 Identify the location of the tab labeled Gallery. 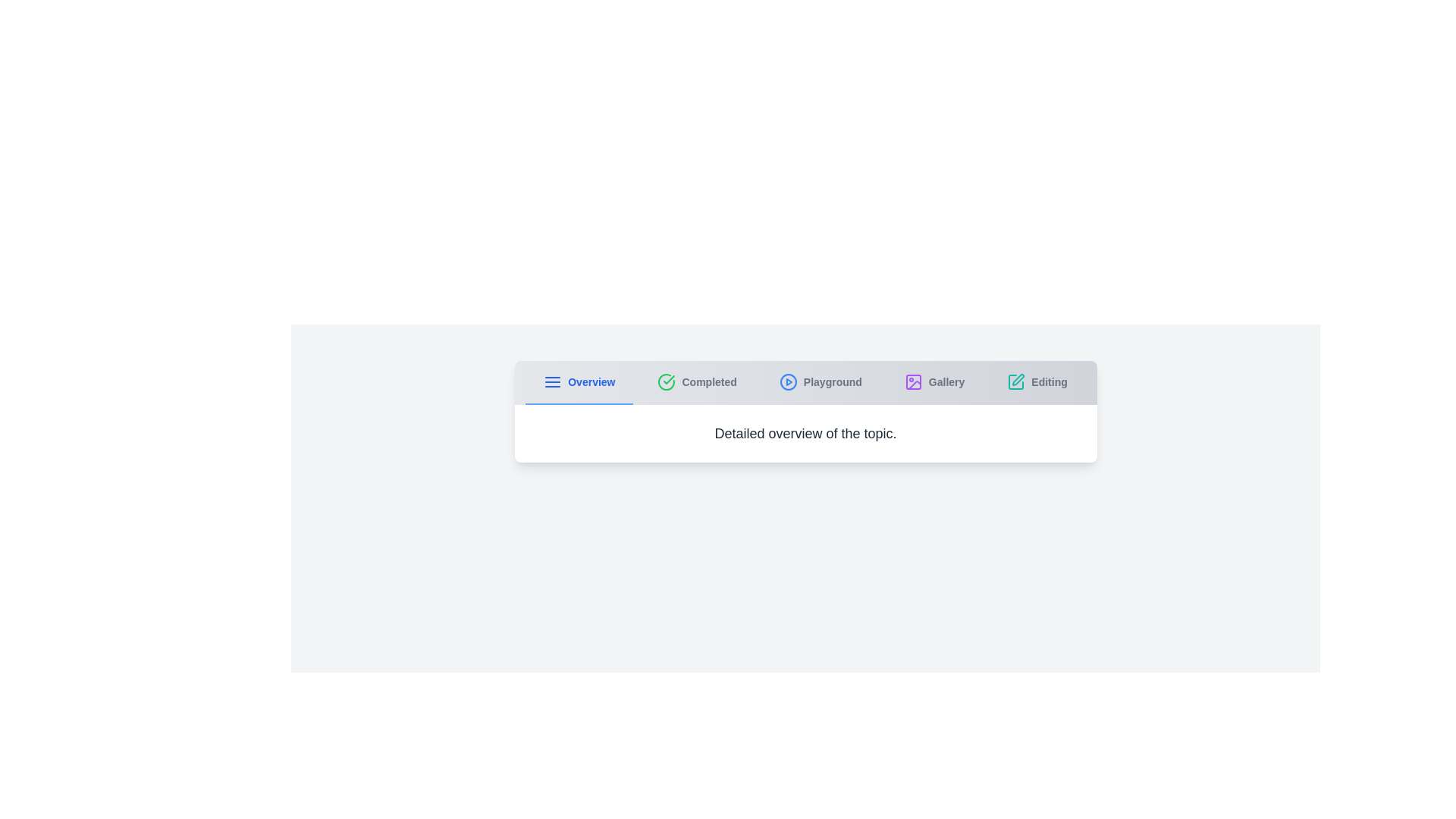
(934, 382).